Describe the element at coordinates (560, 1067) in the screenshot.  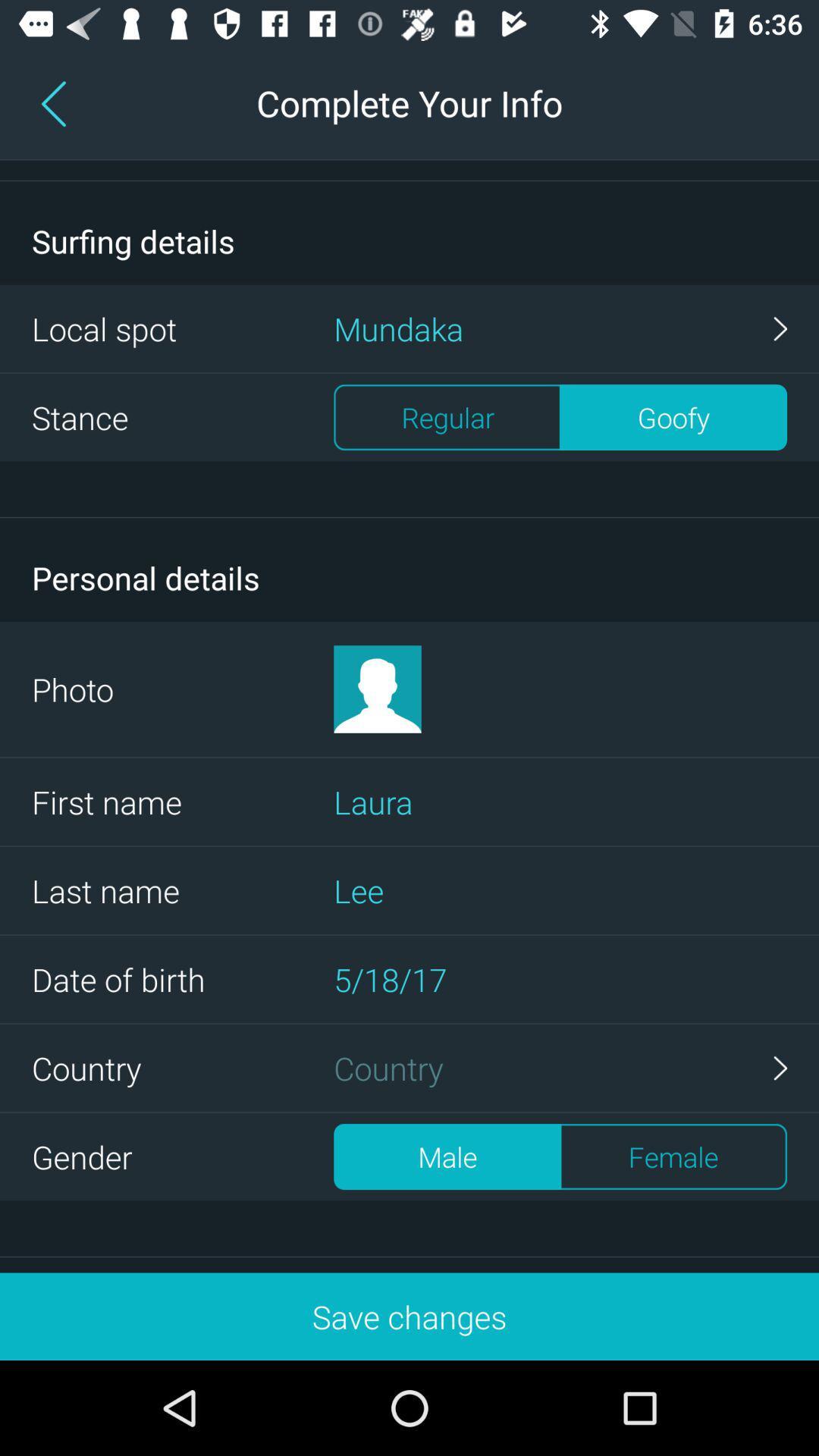
I see `set your country` at that location.